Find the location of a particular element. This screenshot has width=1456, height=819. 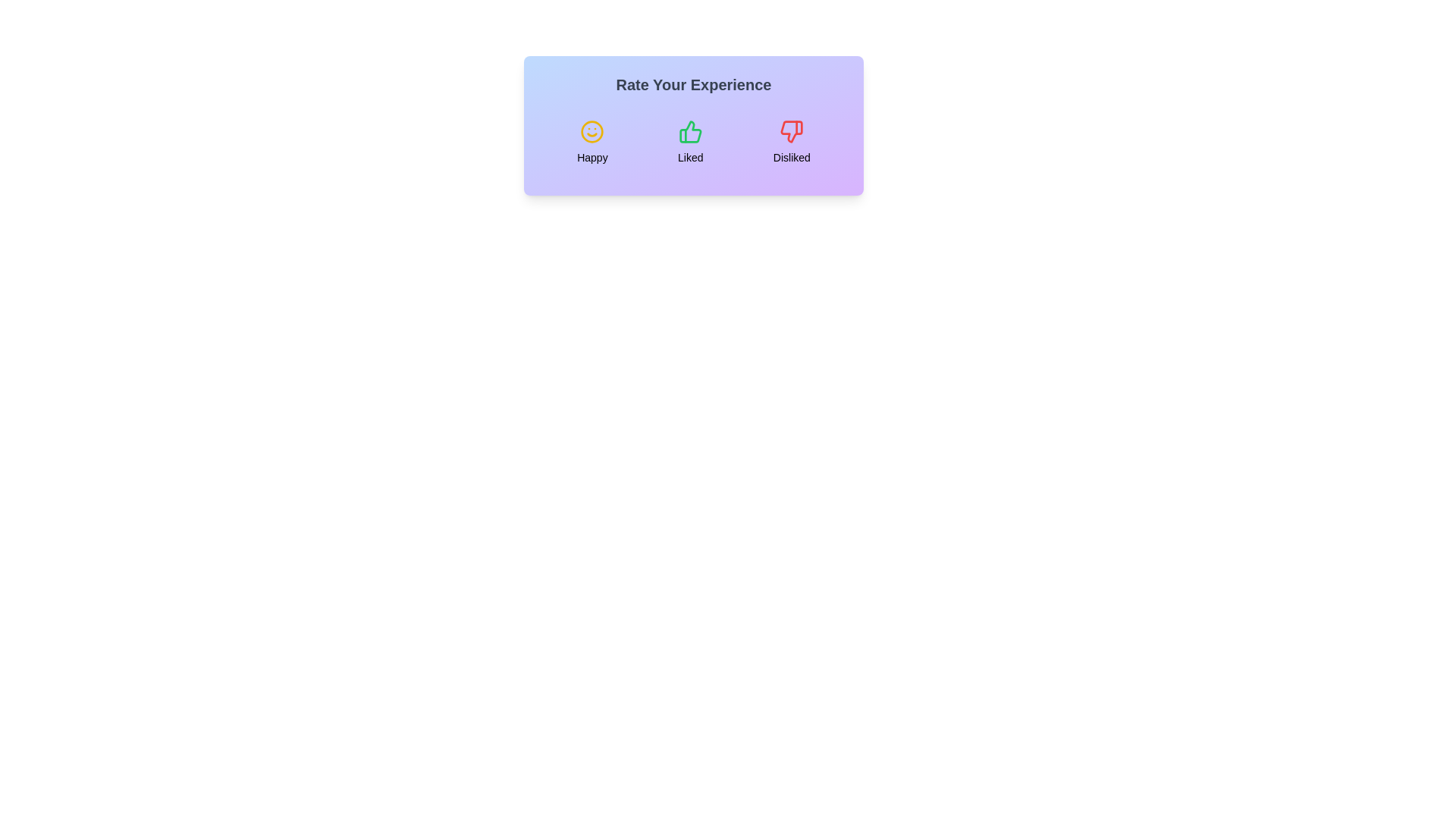

the thumbs-up icon in the center section of the group of clickable items is located at coordinates (693, 143).